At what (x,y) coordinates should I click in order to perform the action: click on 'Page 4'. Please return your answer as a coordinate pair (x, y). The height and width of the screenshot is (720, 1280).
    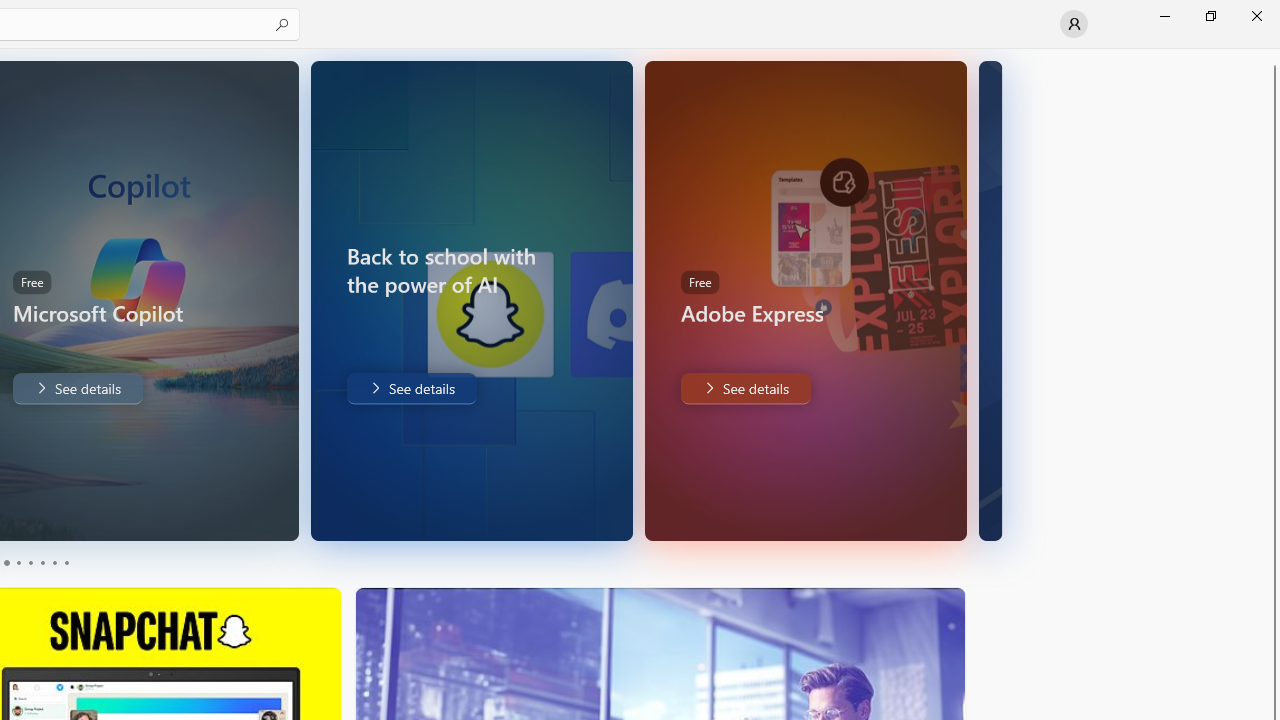
    Looking at the image, I should click on (42, 563).